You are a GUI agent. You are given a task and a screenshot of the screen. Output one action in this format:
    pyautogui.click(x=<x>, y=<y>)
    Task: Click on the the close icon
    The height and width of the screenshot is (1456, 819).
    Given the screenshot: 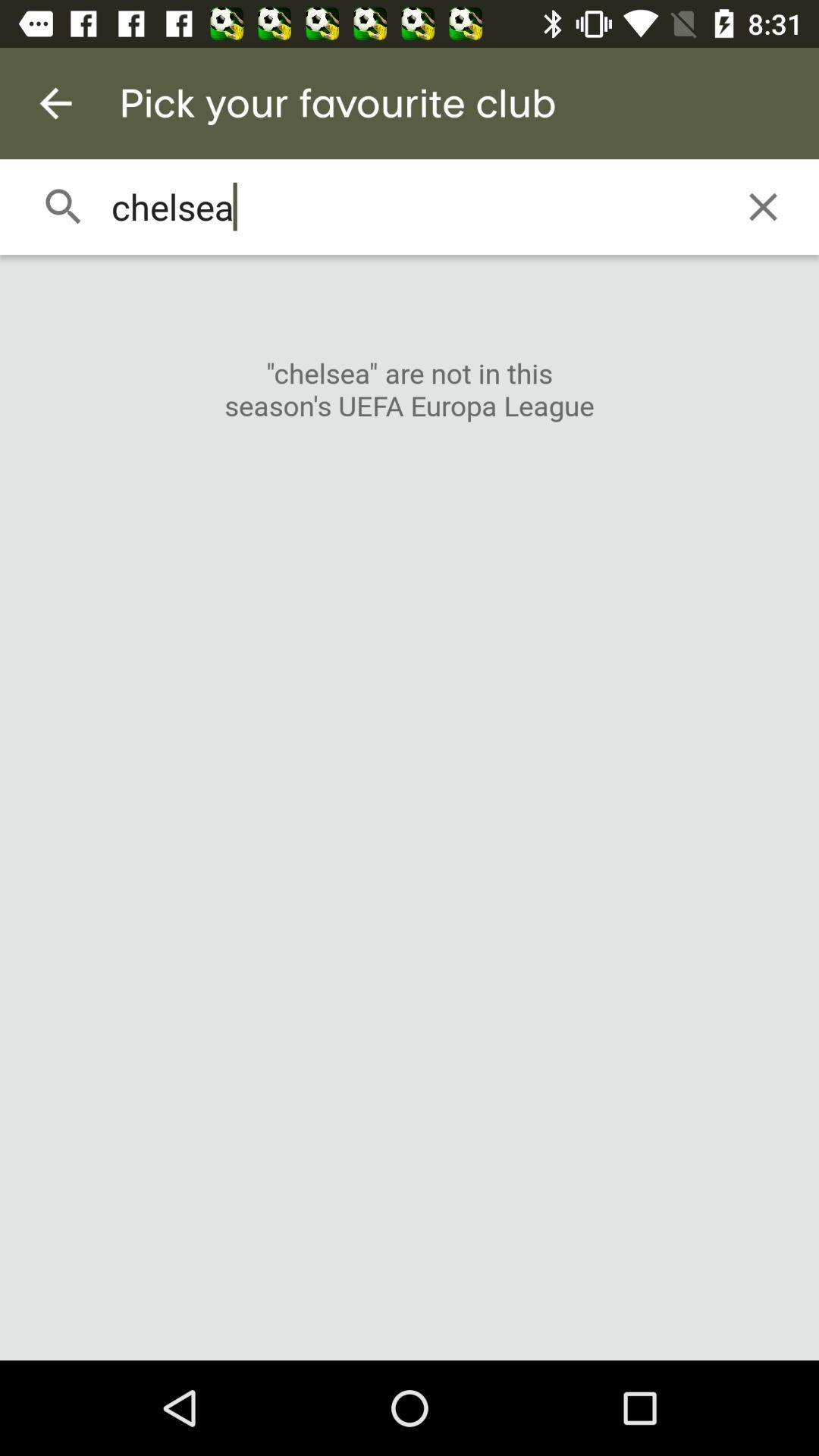 What is the action you would take?
    pyautogui.click(x=763, y=206)
    